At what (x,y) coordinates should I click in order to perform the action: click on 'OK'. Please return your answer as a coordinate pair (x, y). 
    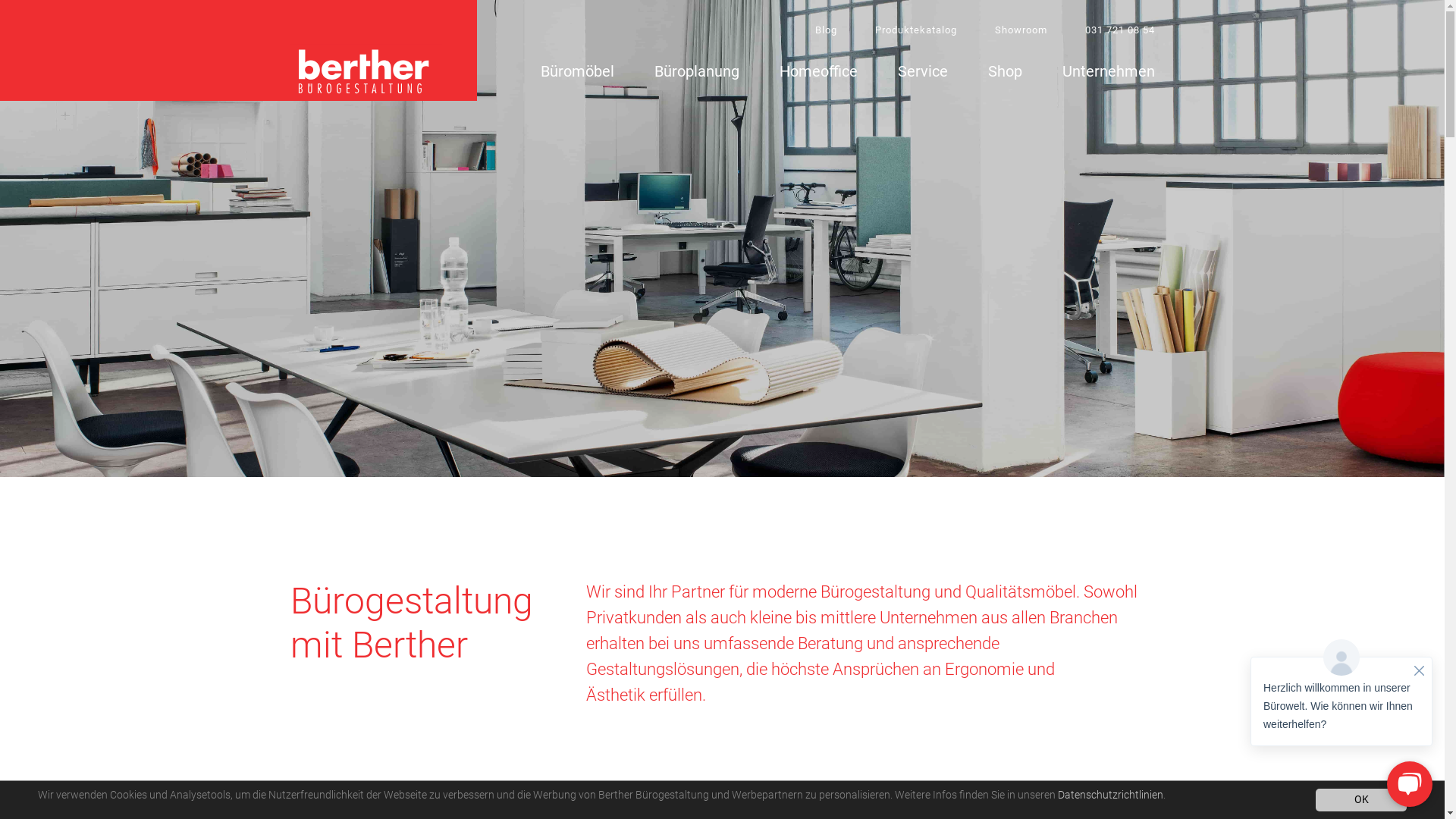
    Looking at the image, I should click on (1361, 799).